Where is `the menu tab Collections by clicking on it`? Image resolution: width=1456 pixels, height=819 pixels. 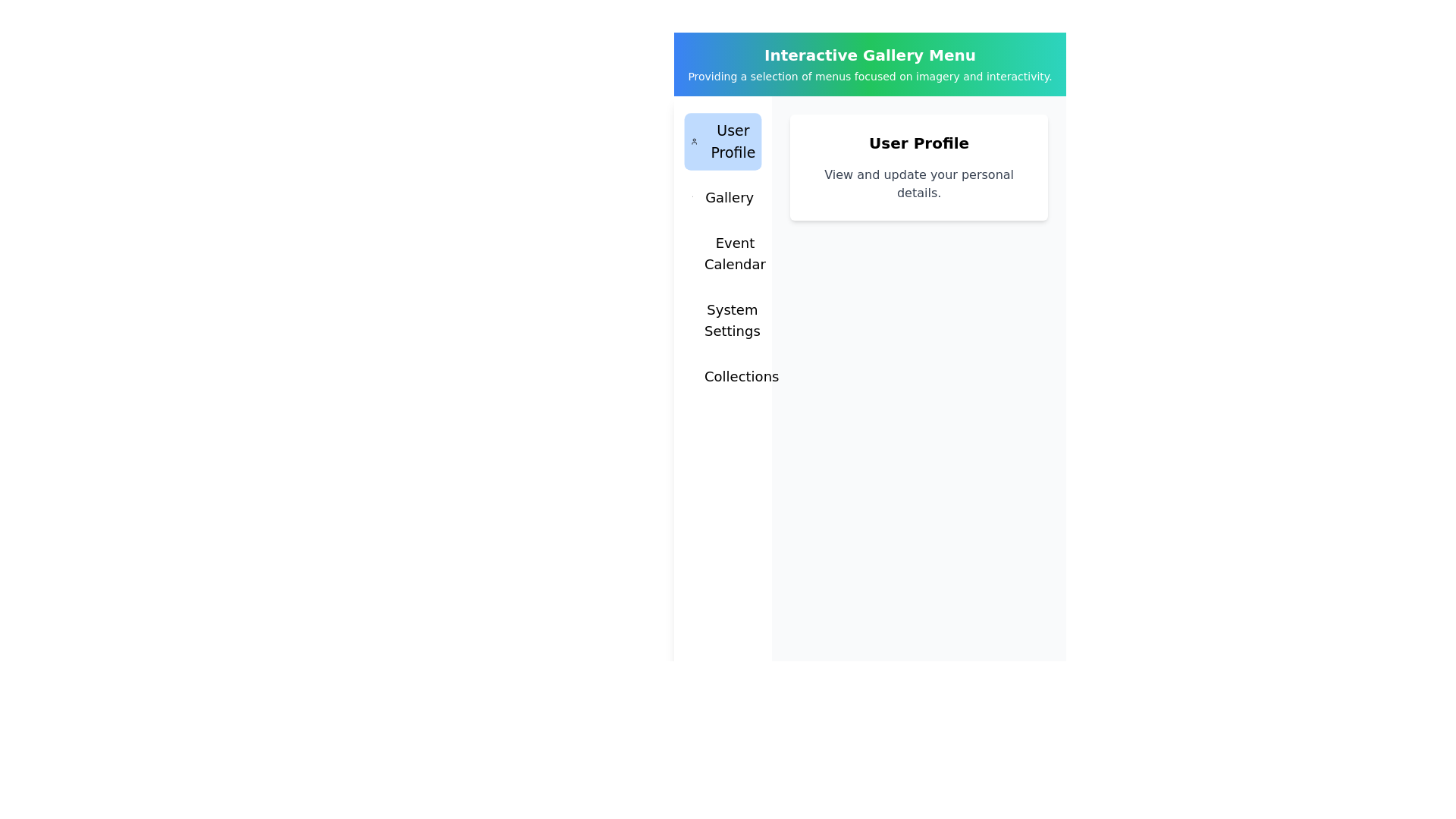 the menu tab Collections by clicking on it is located at coordinates (722, 376).